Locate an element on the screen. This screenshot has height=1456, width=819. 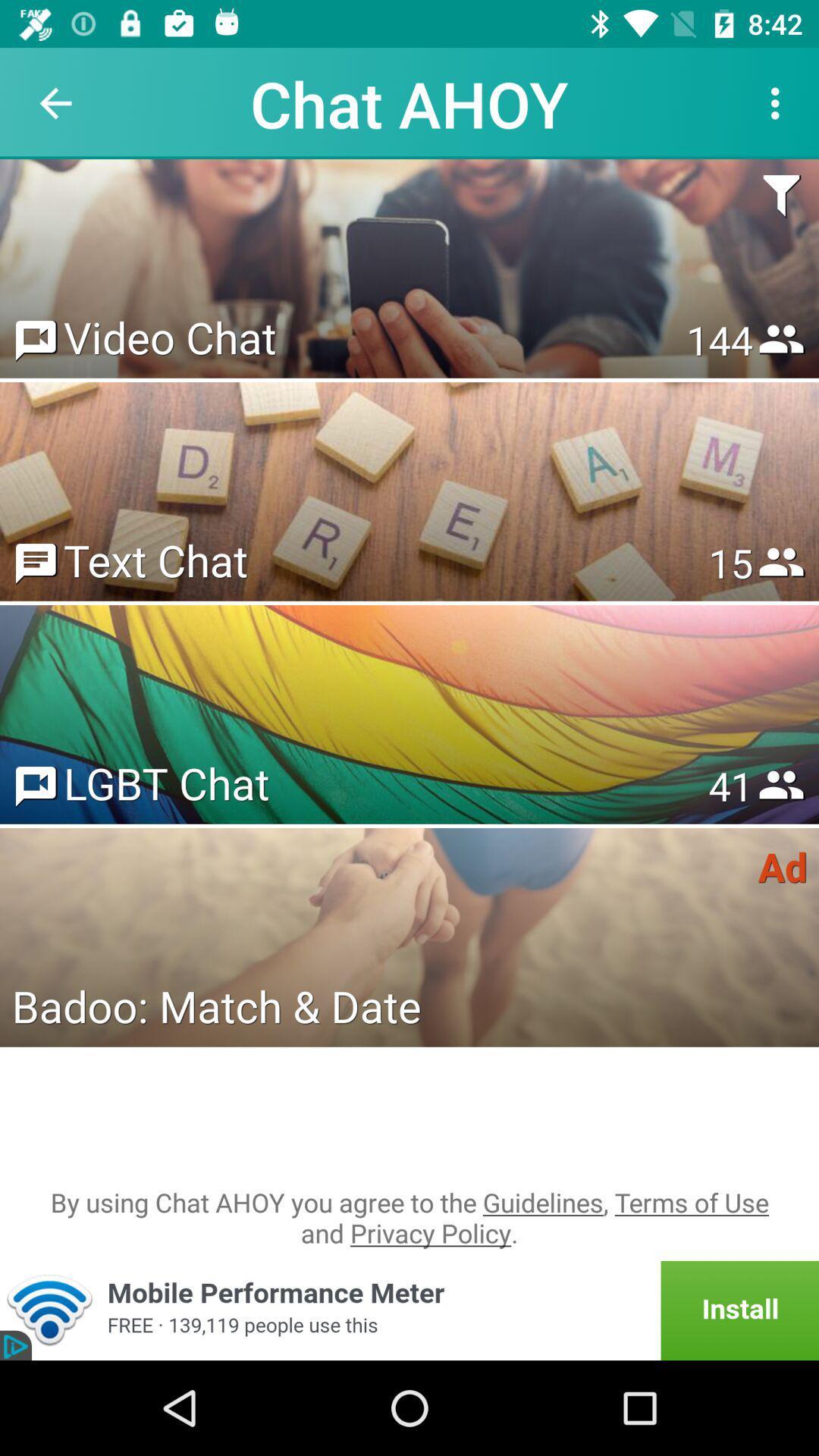
icon to the left of 15 item is located at coordinates (155, 559).